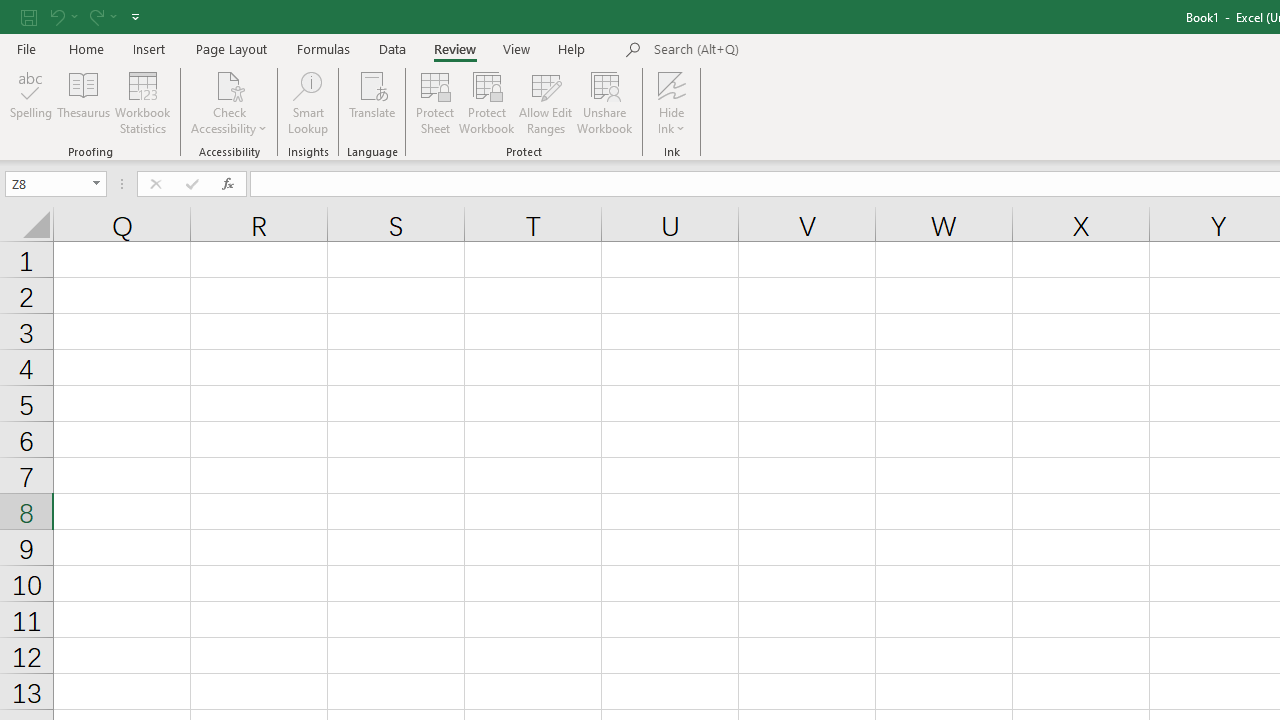 The height and width of the screenshot is (720, 1280). What do you see at coordinates (56, 16) in the screenshot?
I see `'Undo'` at bounding box center [56, 16].